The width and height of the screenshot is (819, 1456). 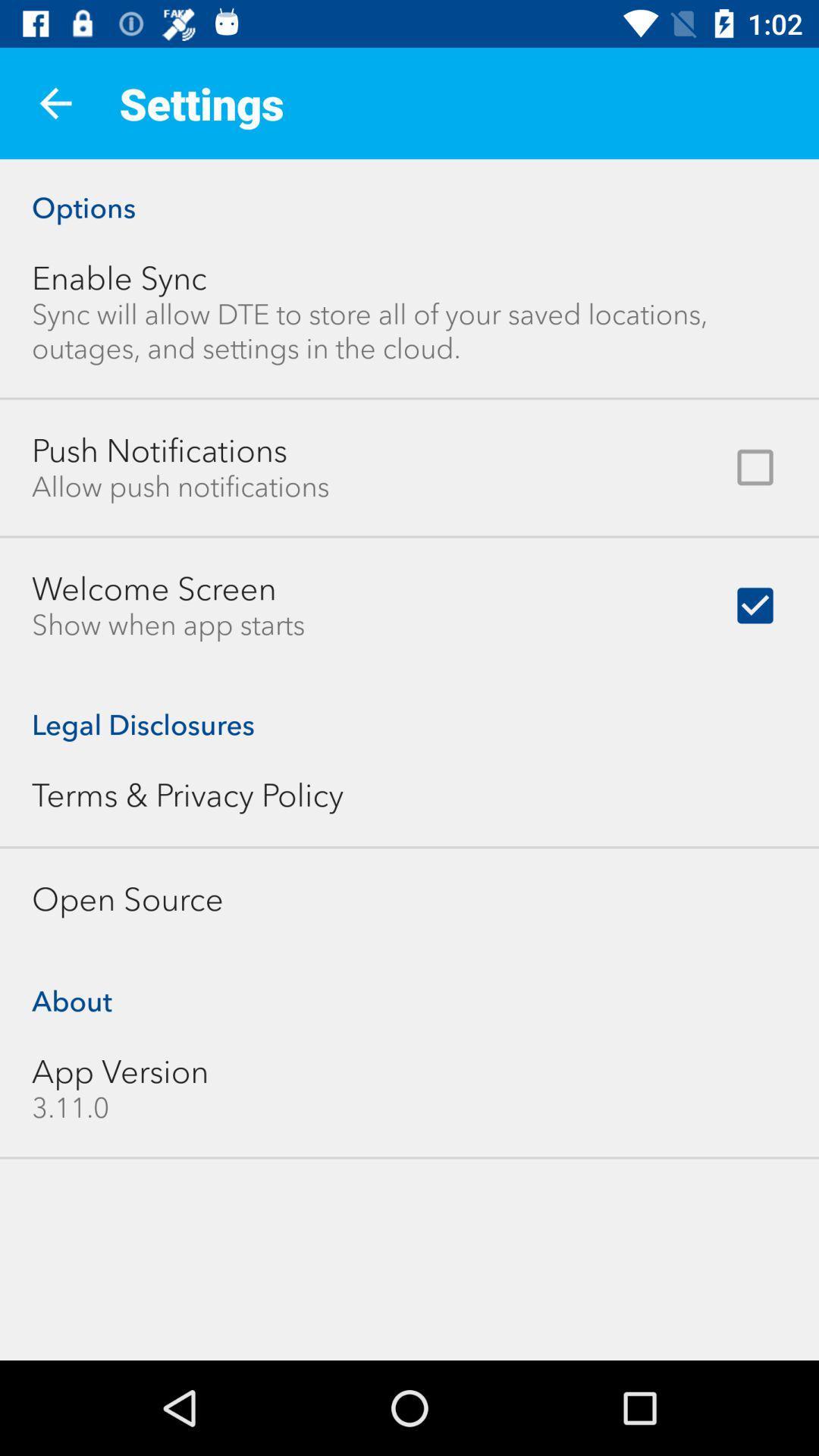 What do you see at coordinates (55, 102) in the screenshot?
I see `the app next to settings` at bounding box center [55, 102].